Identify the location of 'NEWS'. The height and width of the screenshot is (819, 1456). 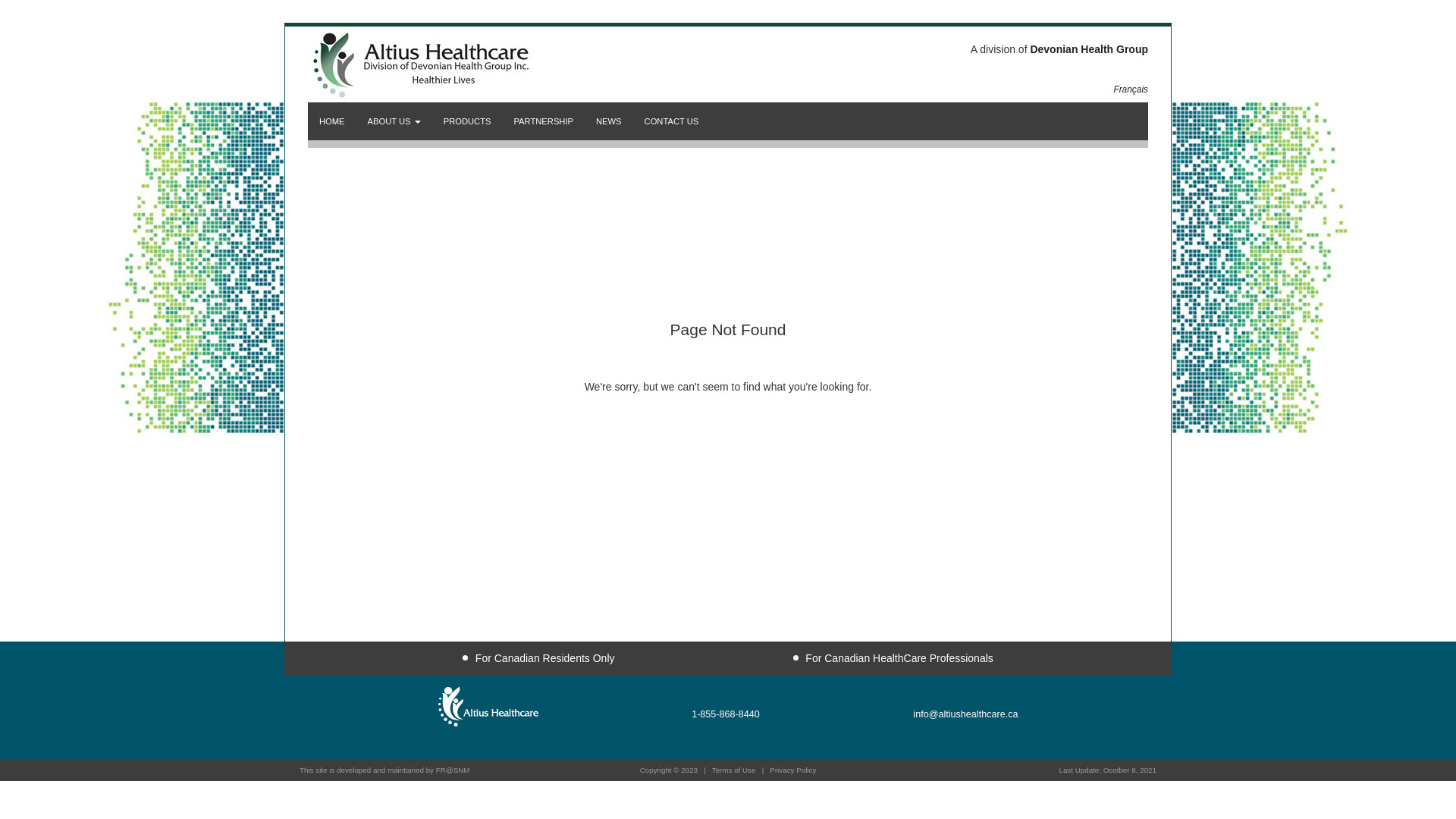
(608, 120).